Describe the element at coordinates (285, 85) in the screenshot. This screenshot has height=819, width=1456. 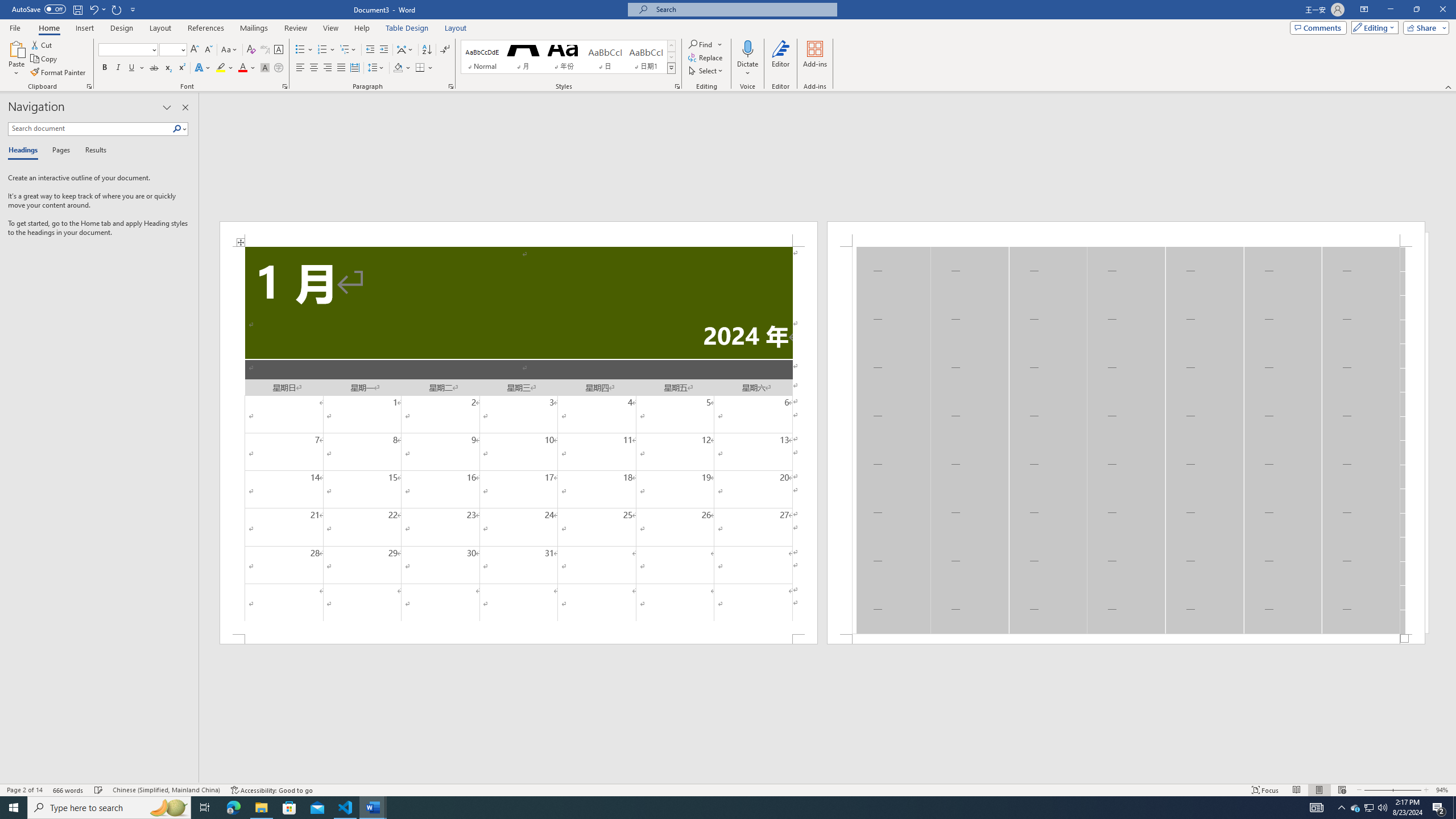
I see `'Font...'` at that location.